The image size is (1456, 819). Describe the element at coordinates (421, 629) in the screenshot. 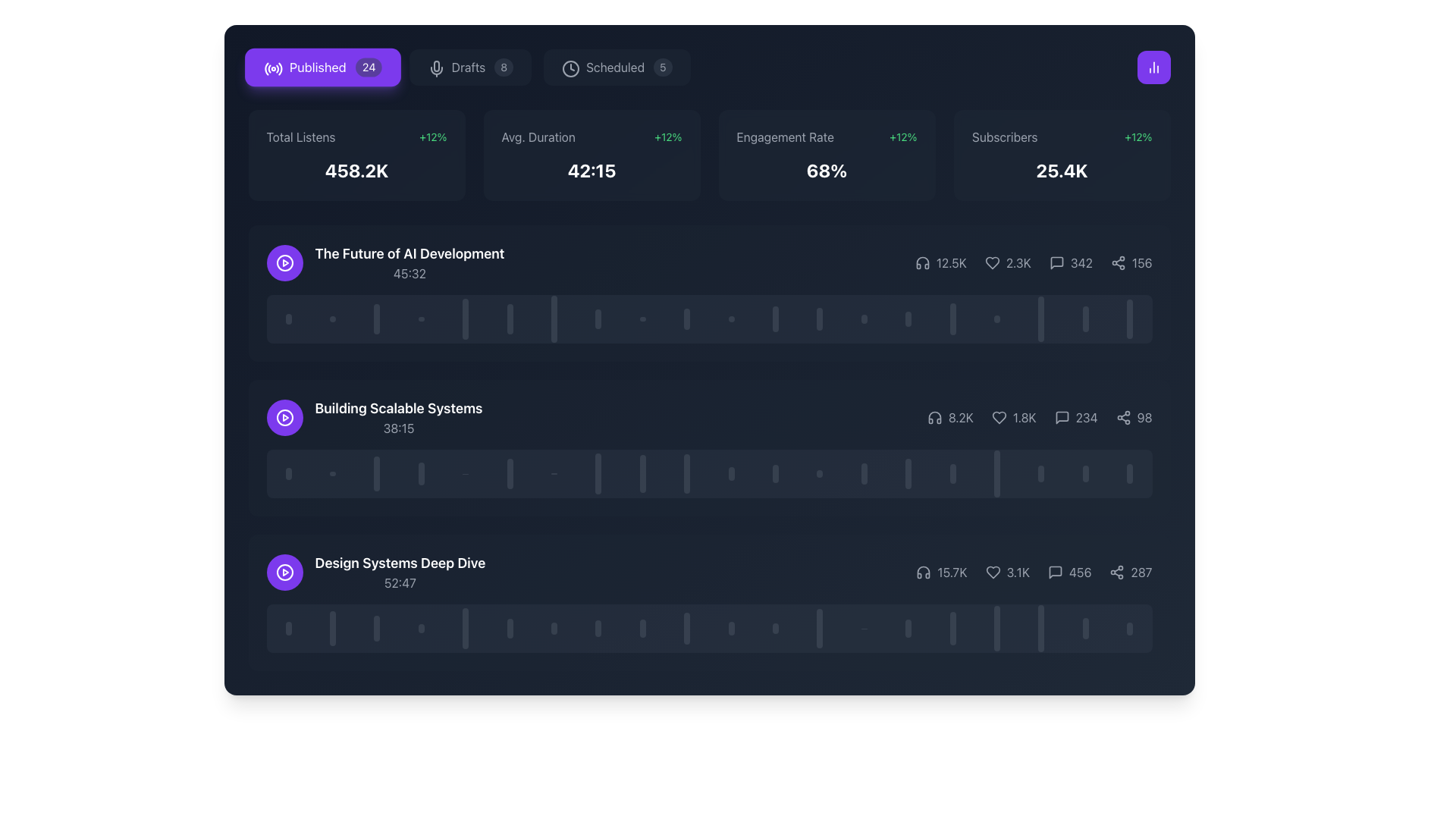

I see `details for the fourth vertical oval progress marker located below the 'Design Systems Deep Dive' section` at that location.